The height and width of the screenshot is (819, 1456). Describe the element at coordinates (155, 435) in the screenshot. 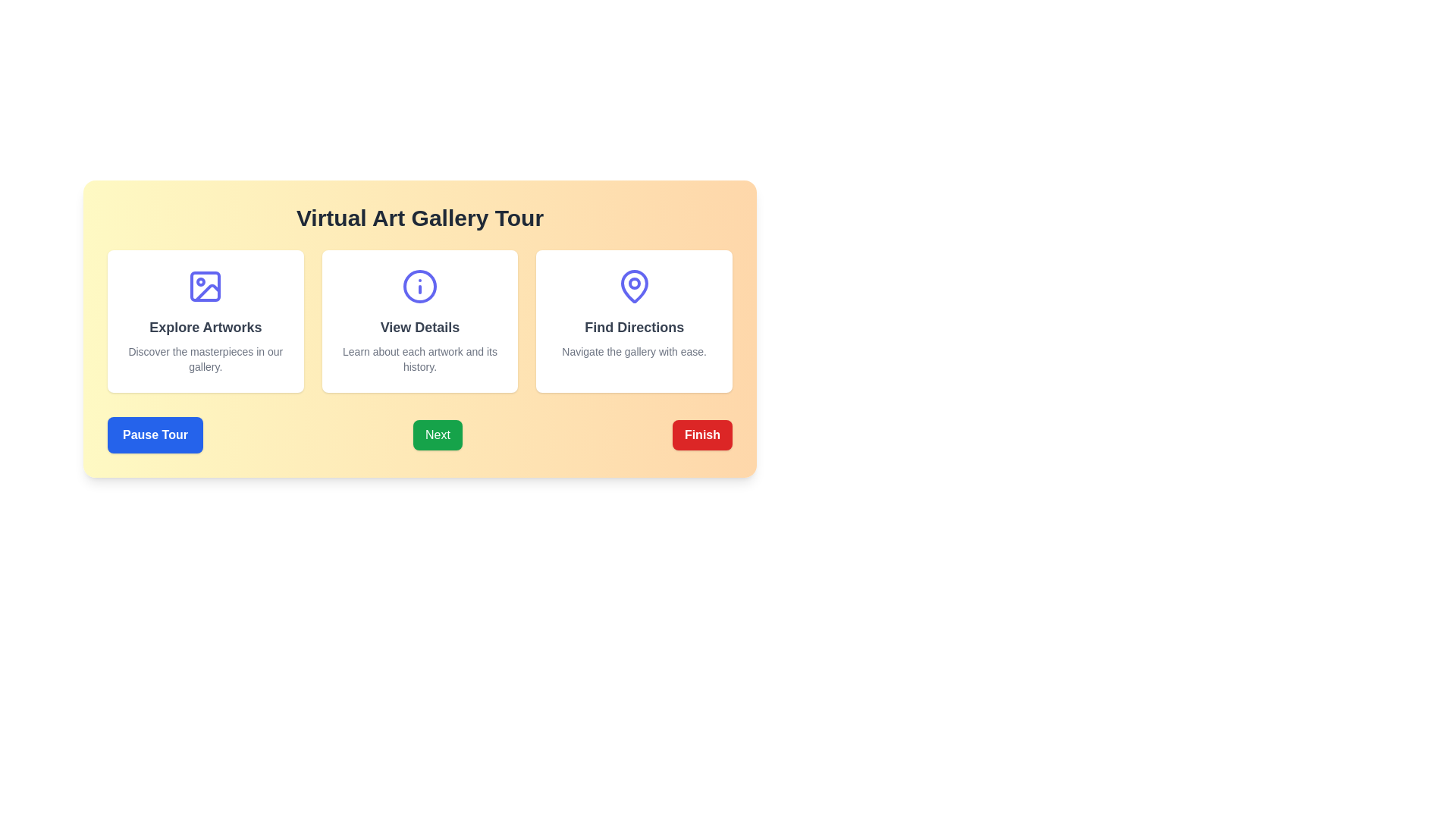

I see `the pause button located in the bottom-left corner of the button row` at that location.